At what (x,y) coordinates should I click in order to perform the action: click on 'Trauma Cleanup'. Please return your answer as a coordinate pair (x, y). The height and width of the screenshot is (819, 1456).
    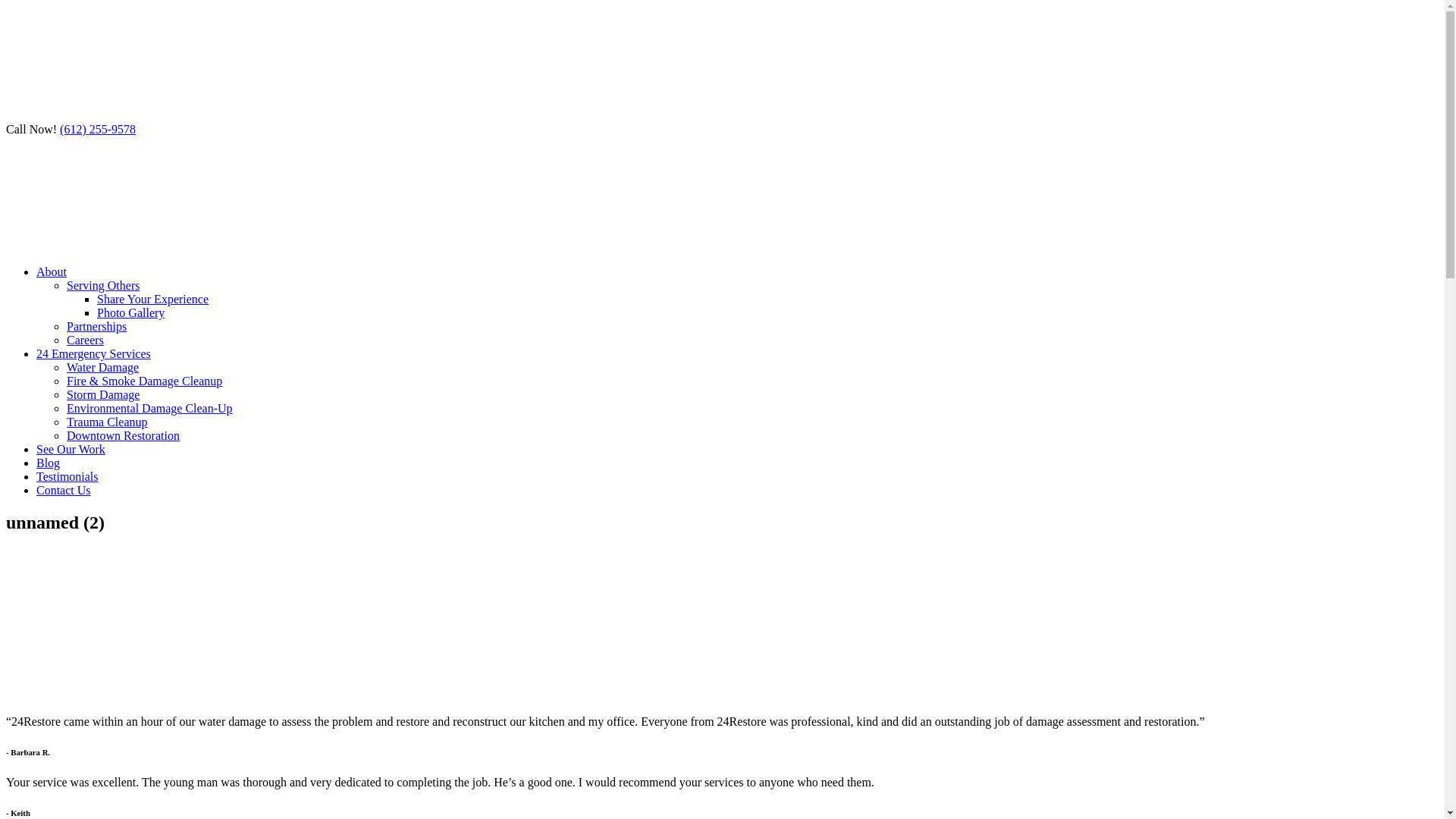
    Looking at the image, I should click on (106, 422).